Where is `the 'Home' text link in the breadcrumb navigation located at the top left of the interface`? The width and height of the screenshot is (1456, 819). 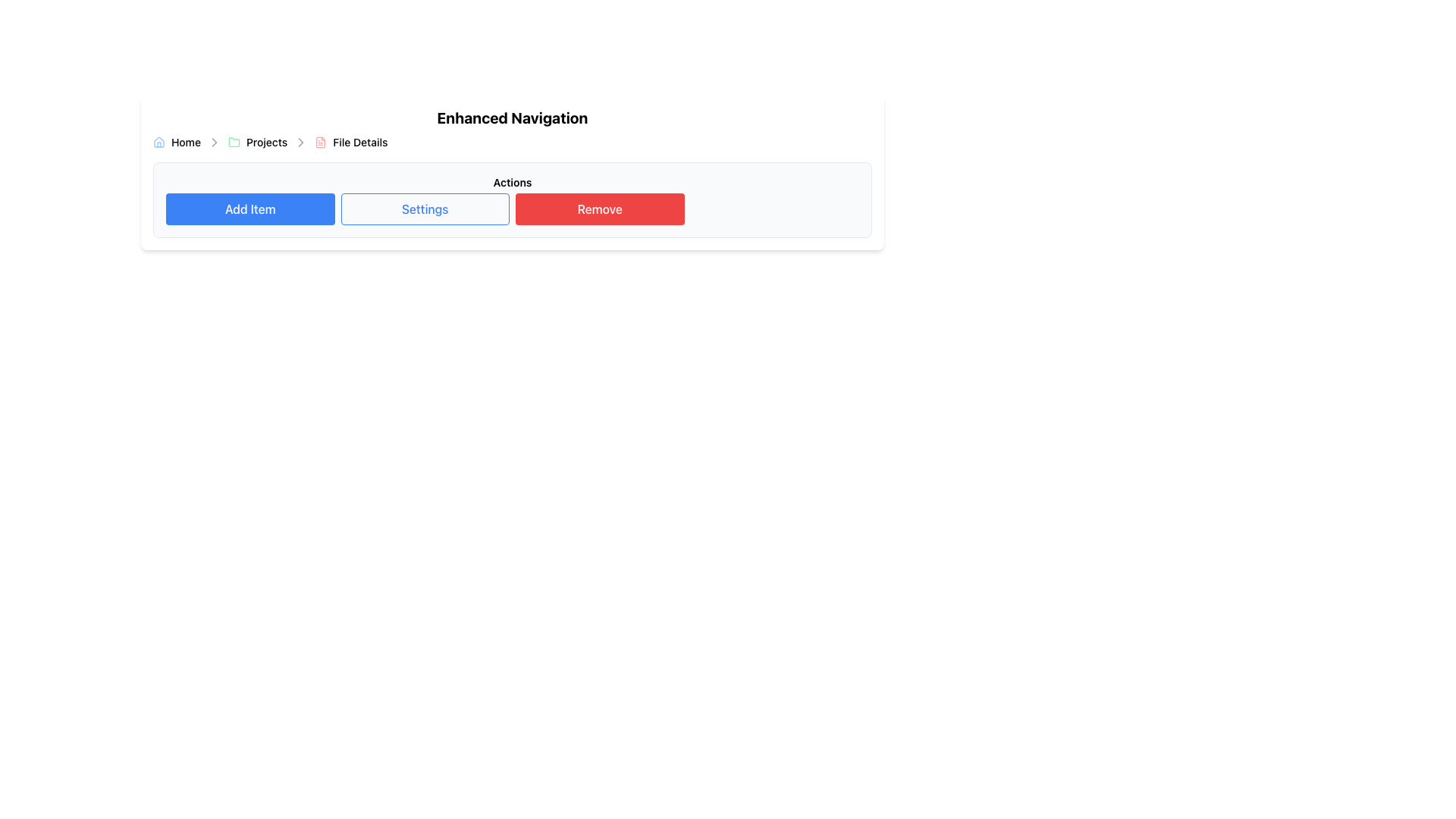 the 'Home' text link in the breadcrumb navigation located at the top left of the interface is located at coordinates (185, 143).